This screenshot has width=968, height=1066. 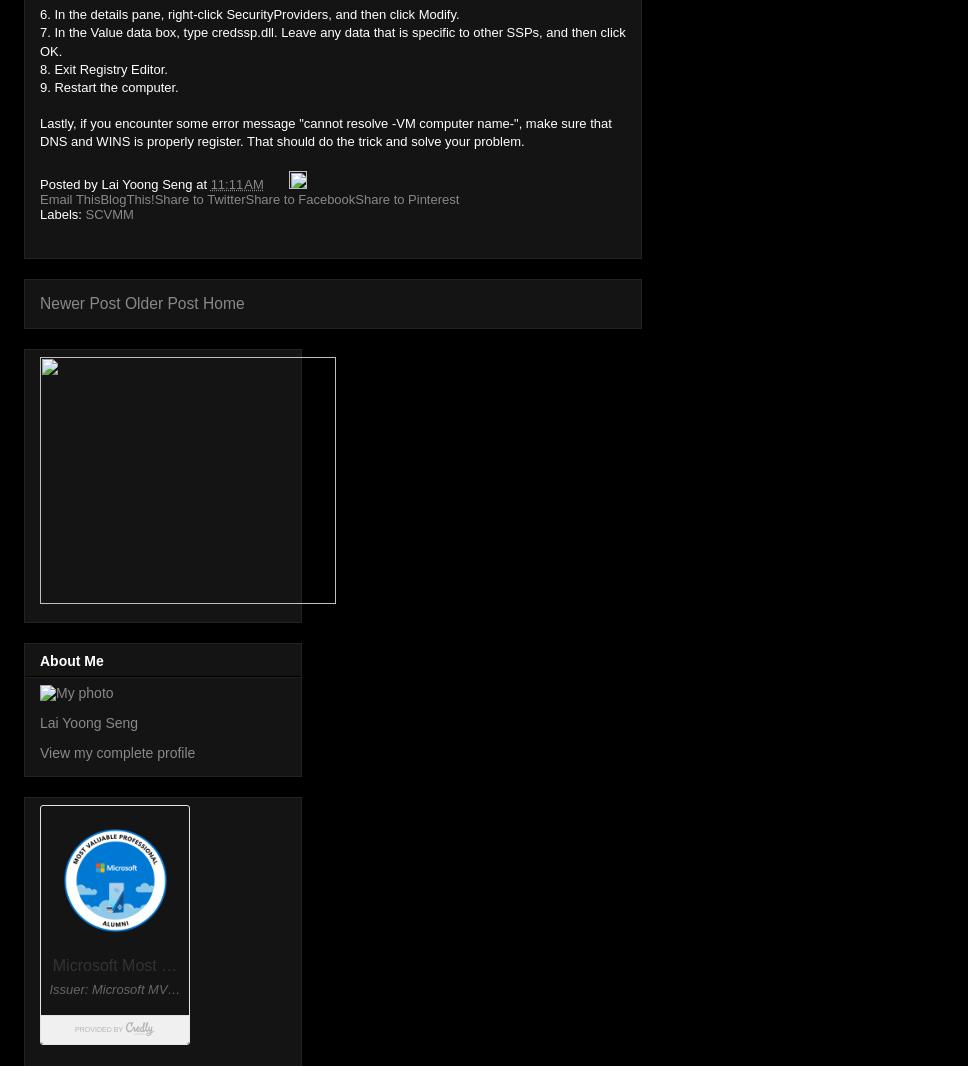 What do you see at coordinates (108, 213) in the screenshot?
I see `'SCVMM'` at bounding box center [108, 213].